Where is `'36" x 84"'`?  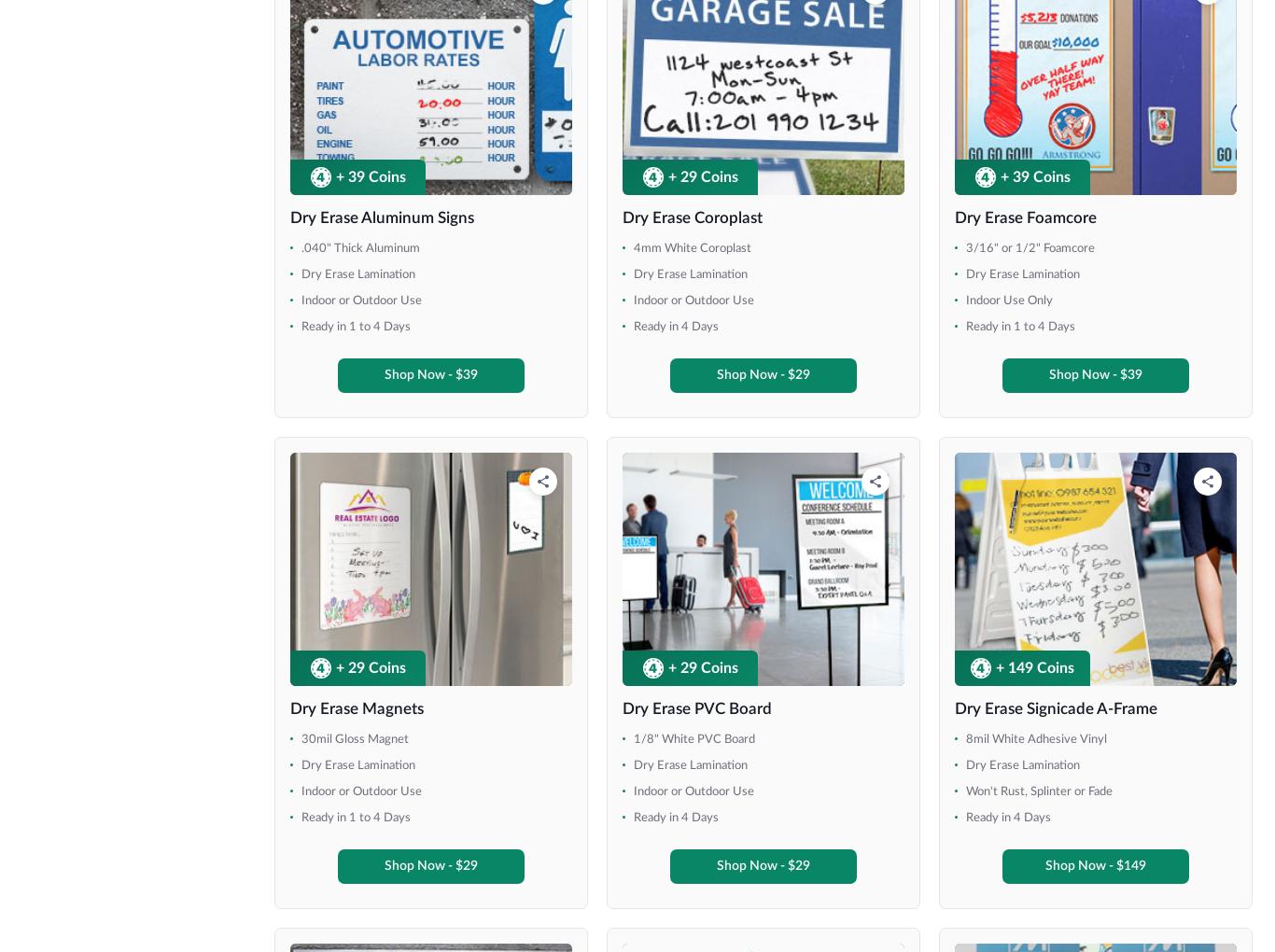
'36" x 84"' is located at coordinates (77, 325).